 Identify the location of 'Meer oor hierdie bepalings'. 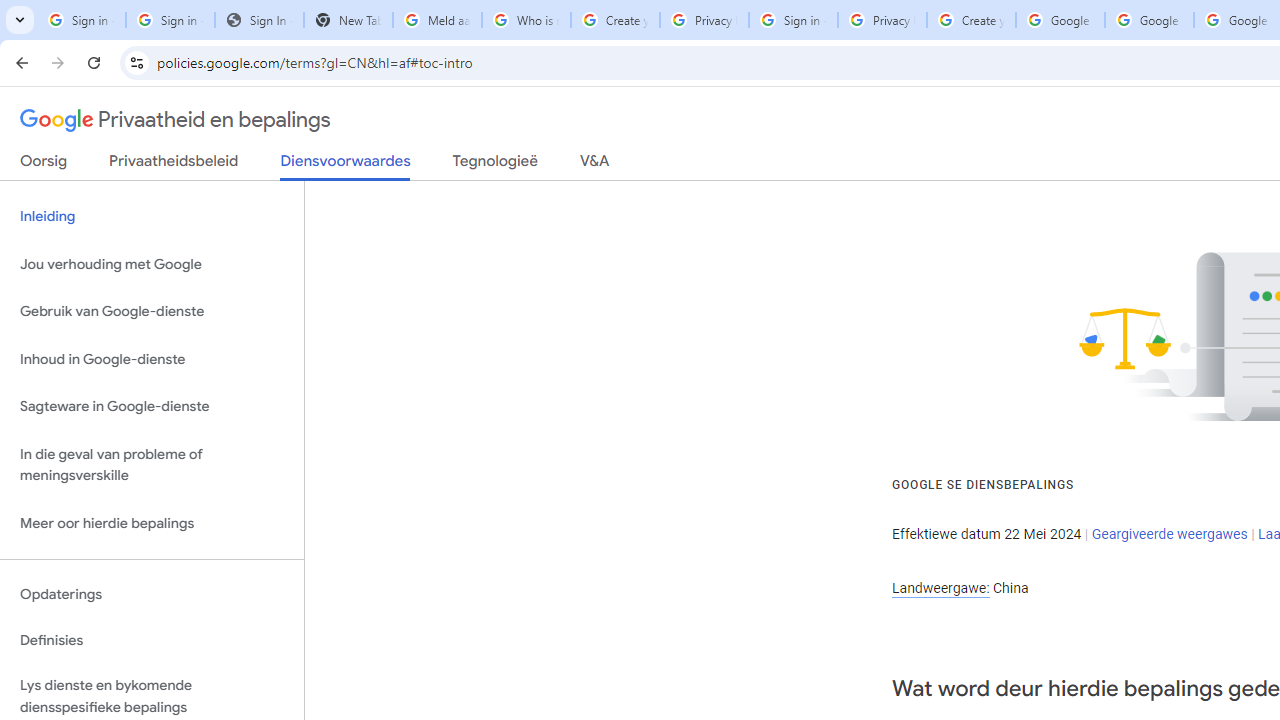
(151, 522).